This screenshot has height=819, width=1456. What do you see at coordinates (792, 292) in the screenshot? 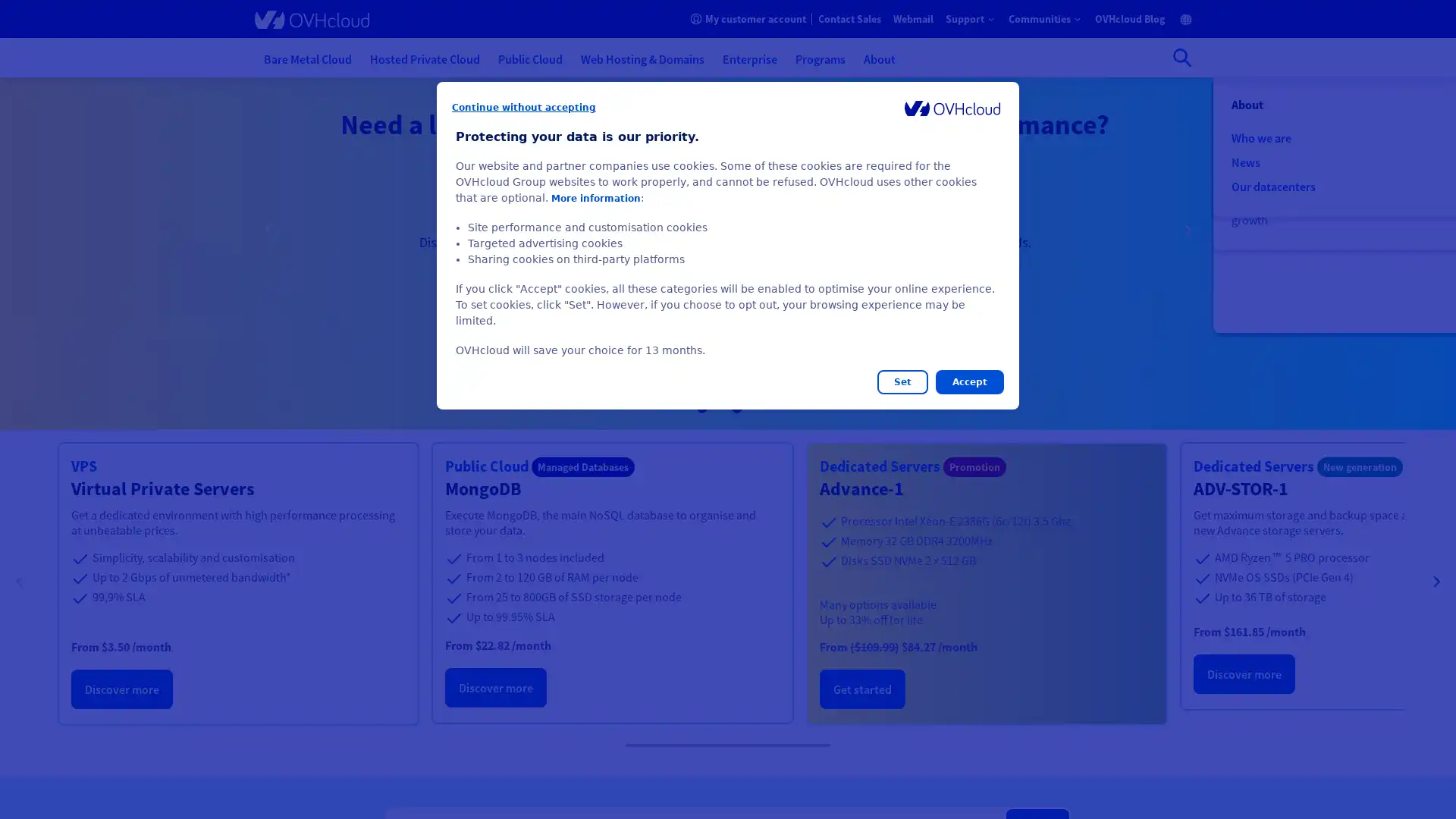
I see `From $3.99 /month` at bounding box center [792, 292].